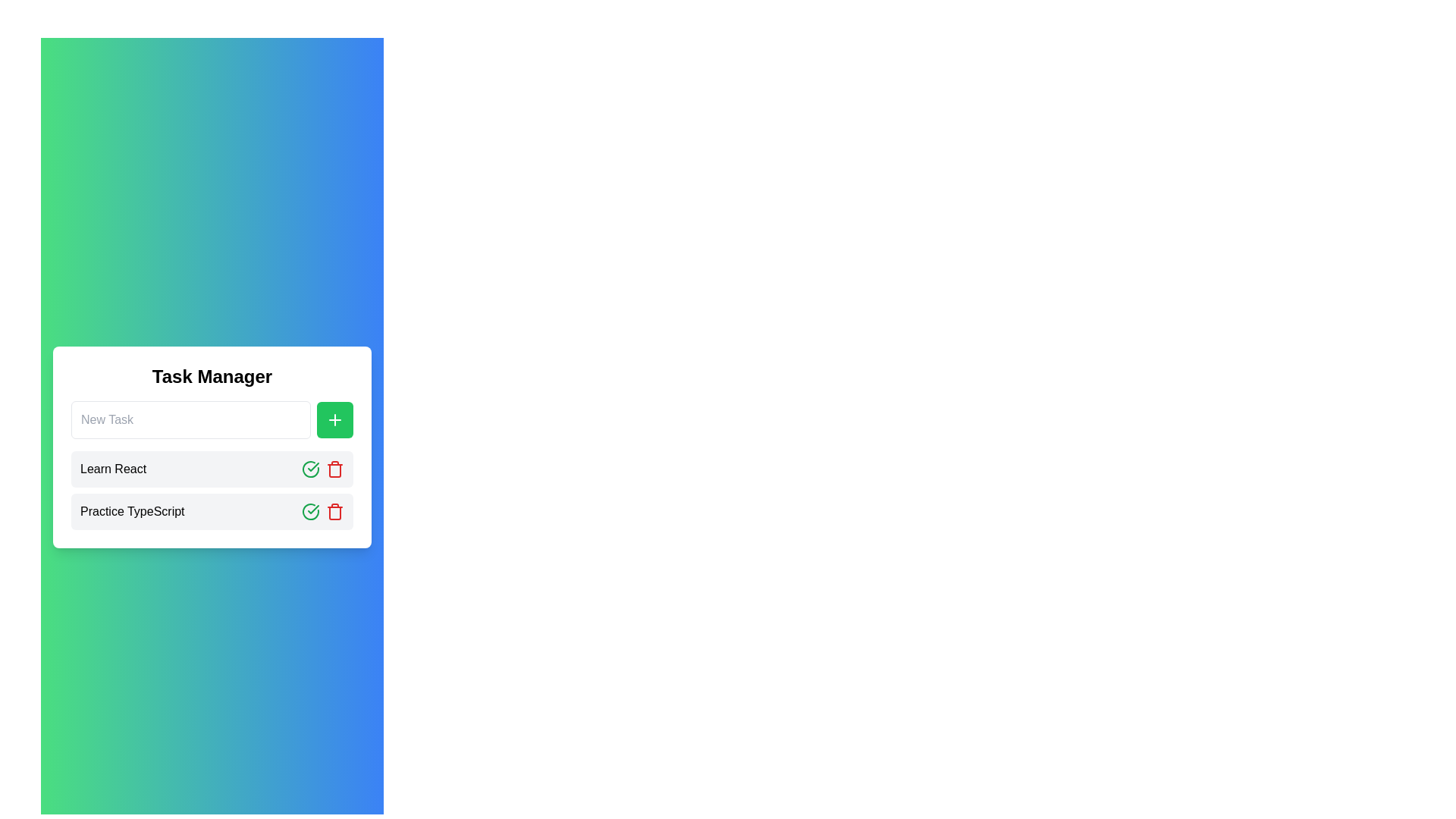 This screenshot has height=819, width=1456. What do you see at coordinates (309, 512) in the screenshot?
I see `the Checkmark icon in the task list for 'Learn React'` at bounding box center [309, 512].